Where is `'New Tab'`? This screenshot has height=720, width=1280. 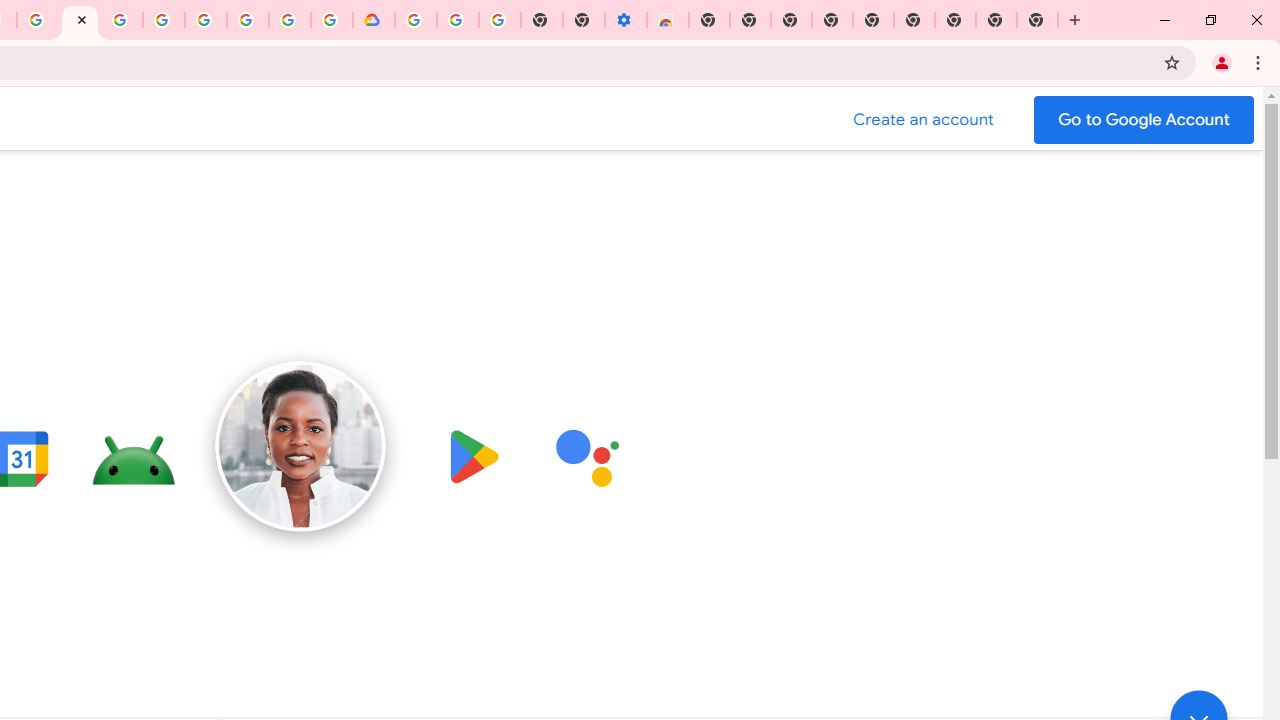 'New Tab' is located at coordinates (1038, 20).